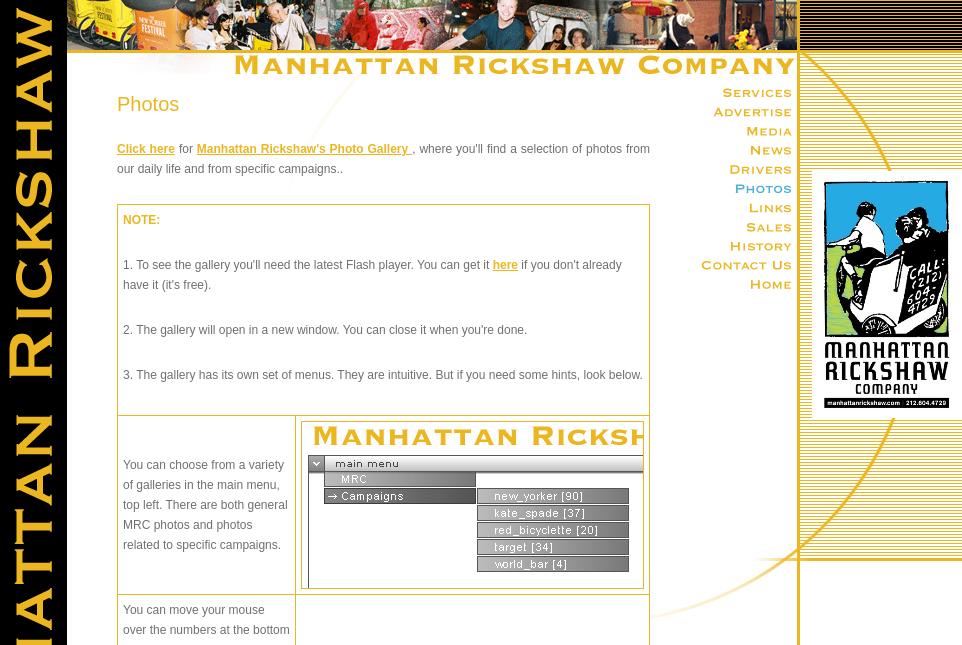 This screenshot has width=962, height=645. What do you see at coordinates (147, 102) in the screenshot?
I see `'Photos'` at bounding box center [147, 102].